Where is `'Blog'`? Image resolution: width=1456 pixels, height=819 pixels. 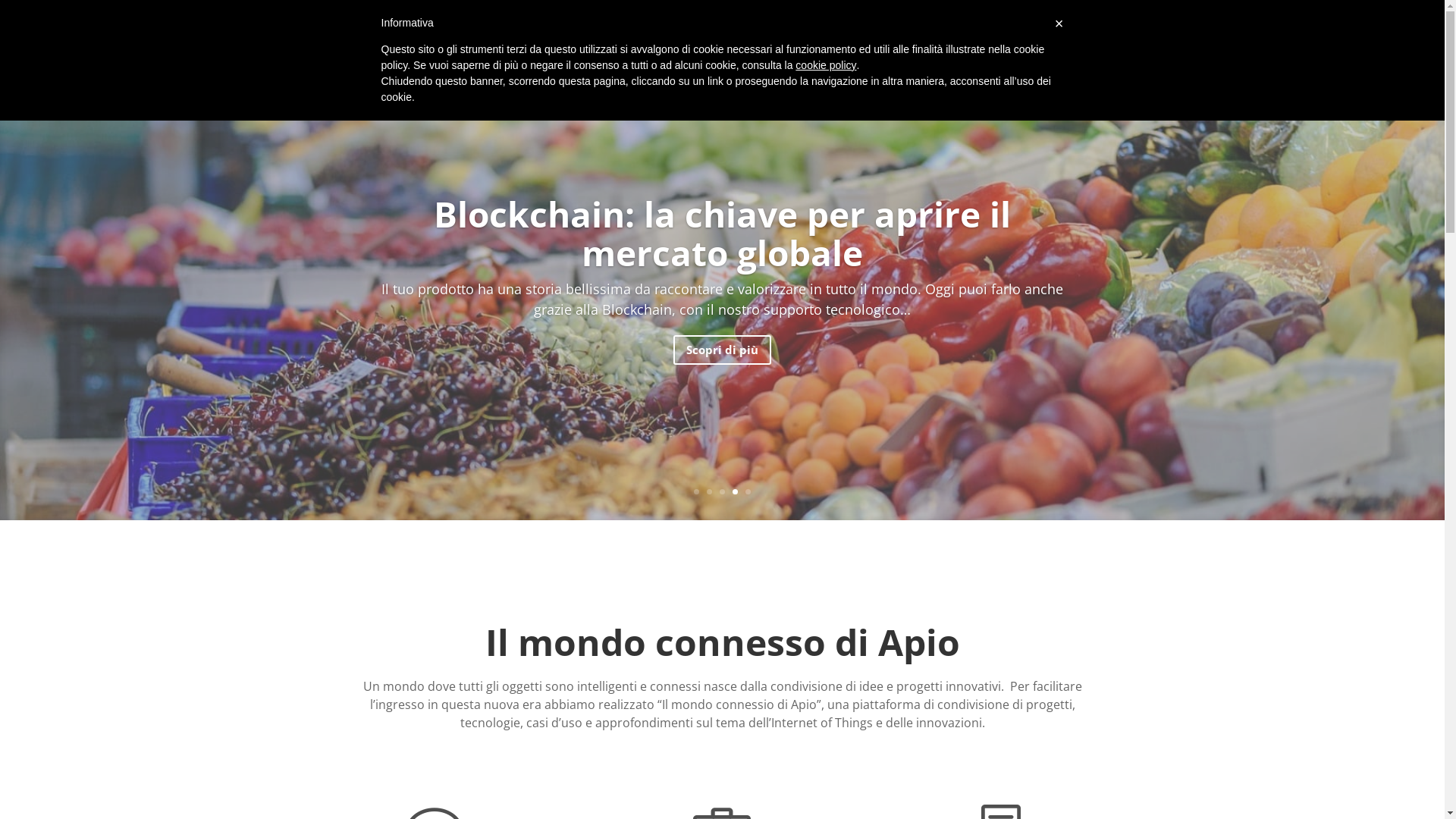
'Blog' is located at coordinates (1088, 32).